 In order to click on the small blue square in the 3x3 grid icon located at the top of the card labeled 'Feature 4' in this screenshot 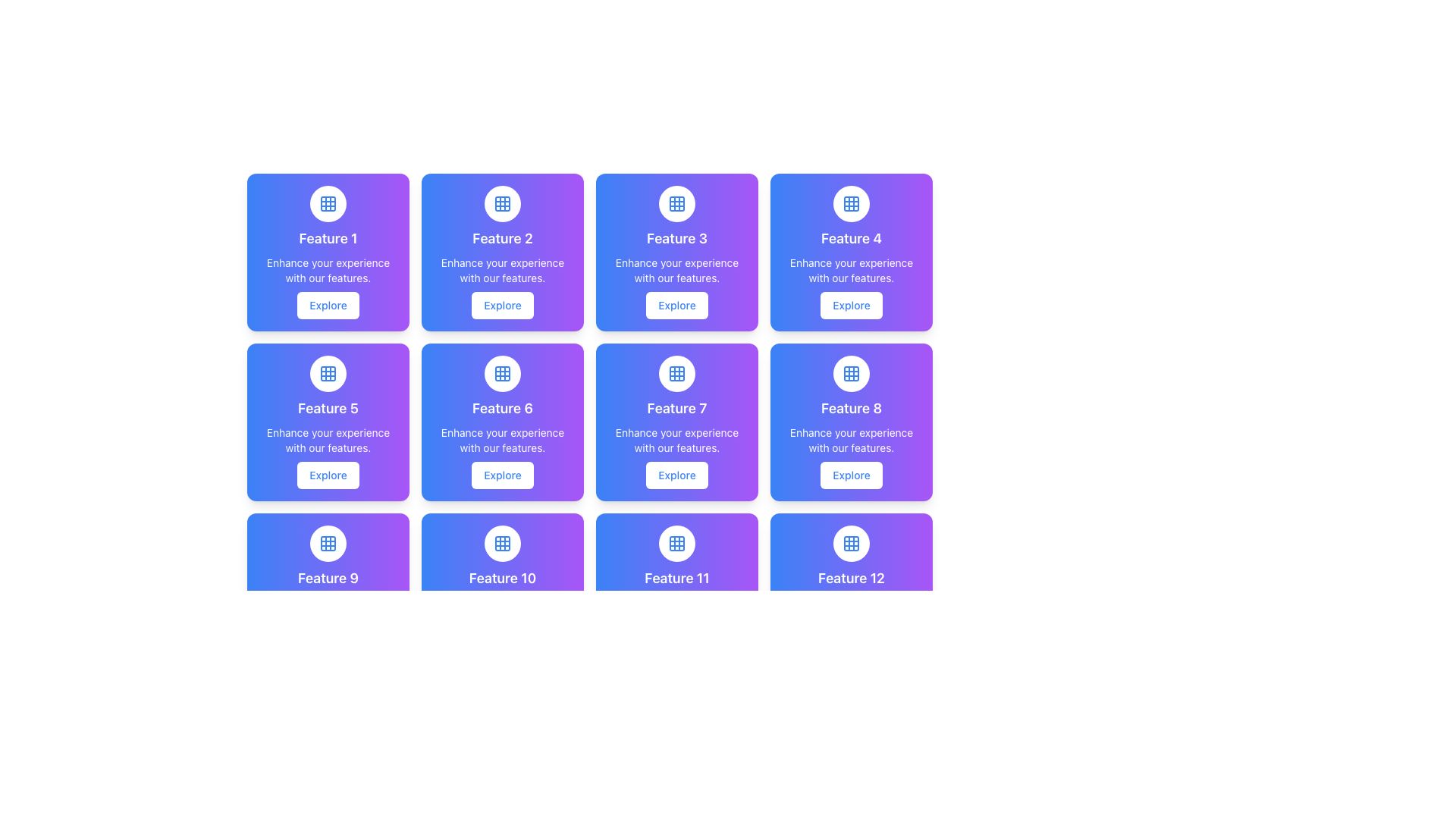, I will do `click(852, 203)`.